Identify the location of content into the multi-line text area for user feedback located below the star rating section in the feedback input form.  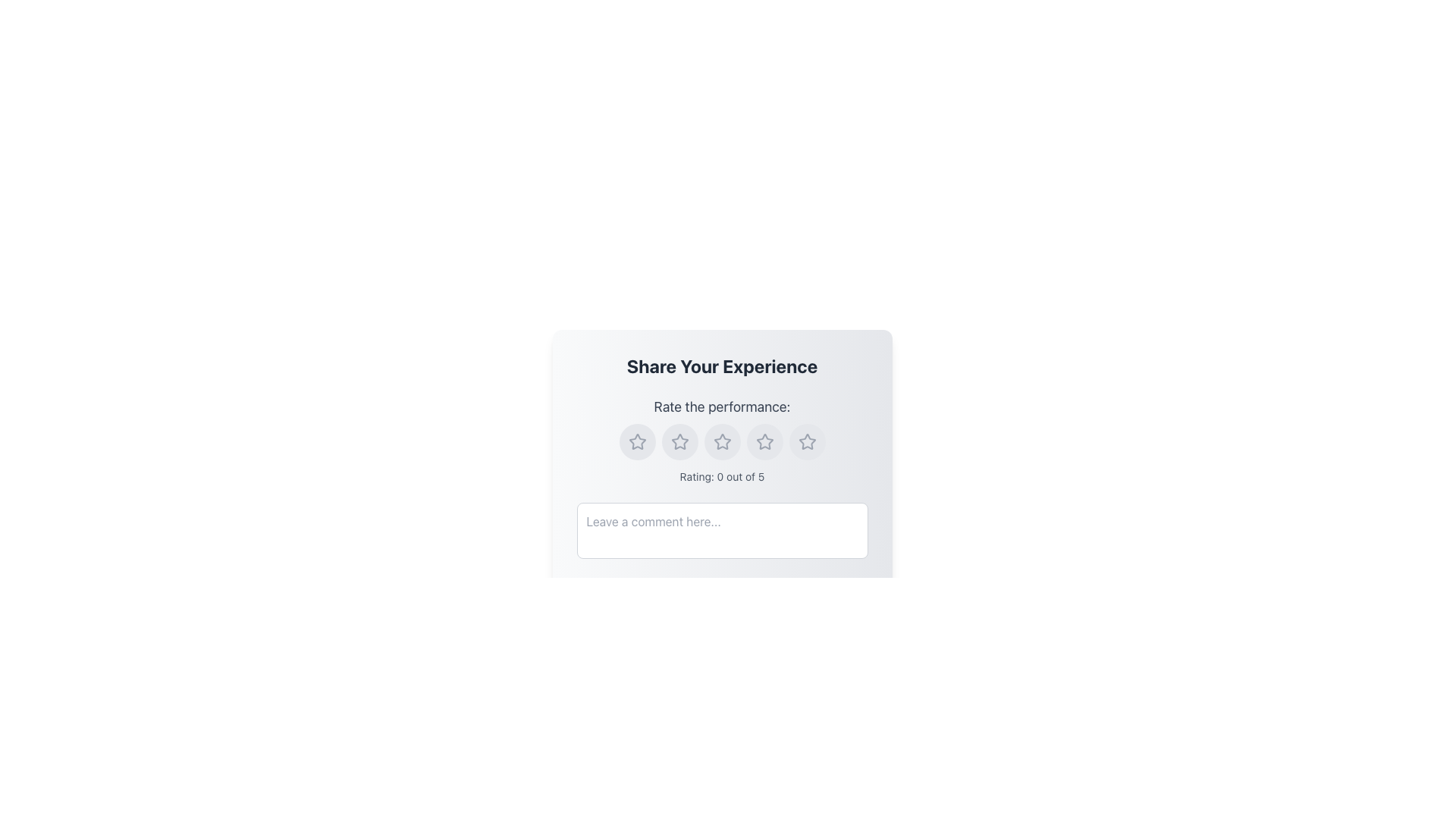
(721, 532).